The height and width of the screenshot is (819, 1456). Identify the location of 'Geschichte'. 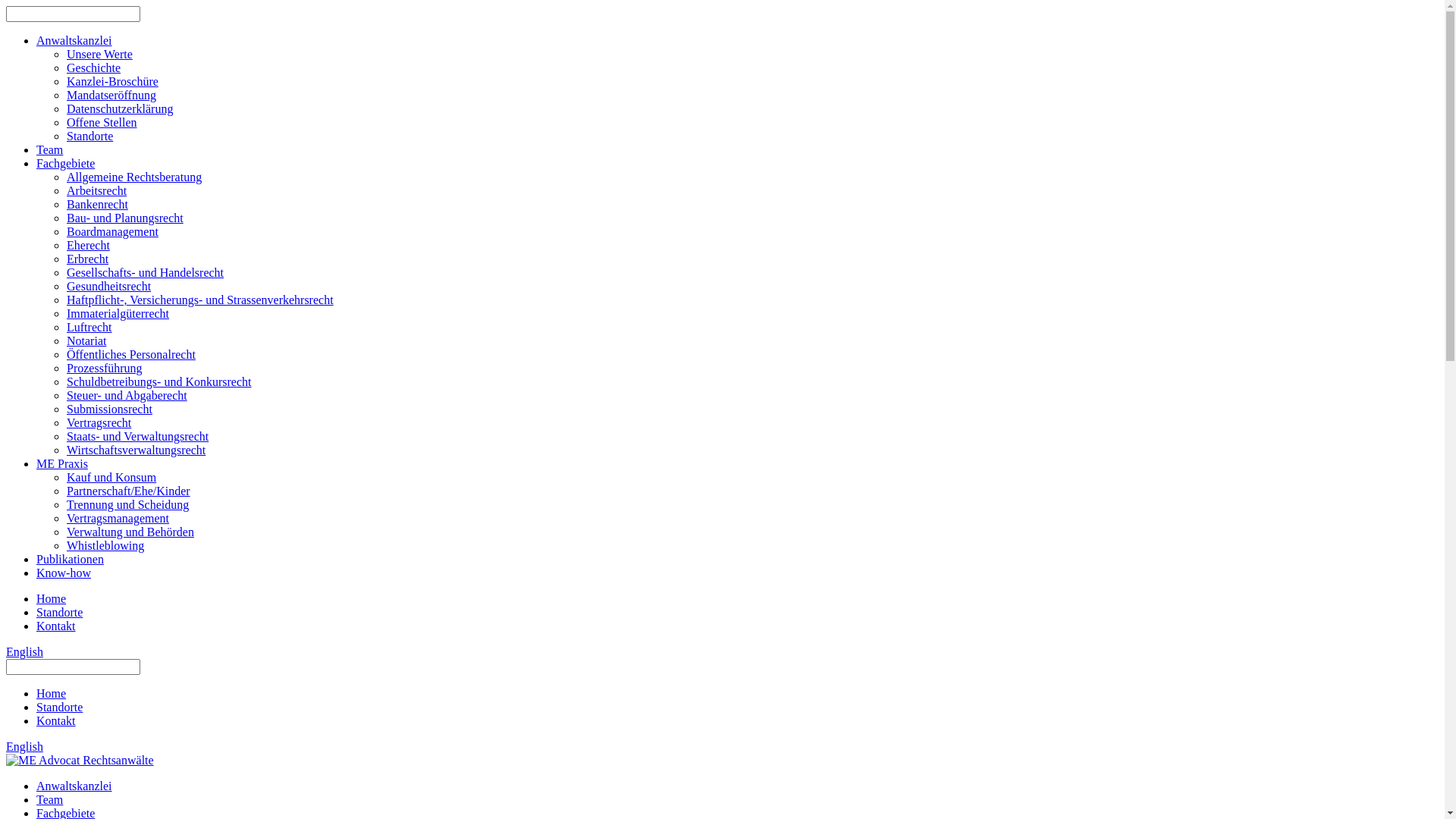
(93, 67).